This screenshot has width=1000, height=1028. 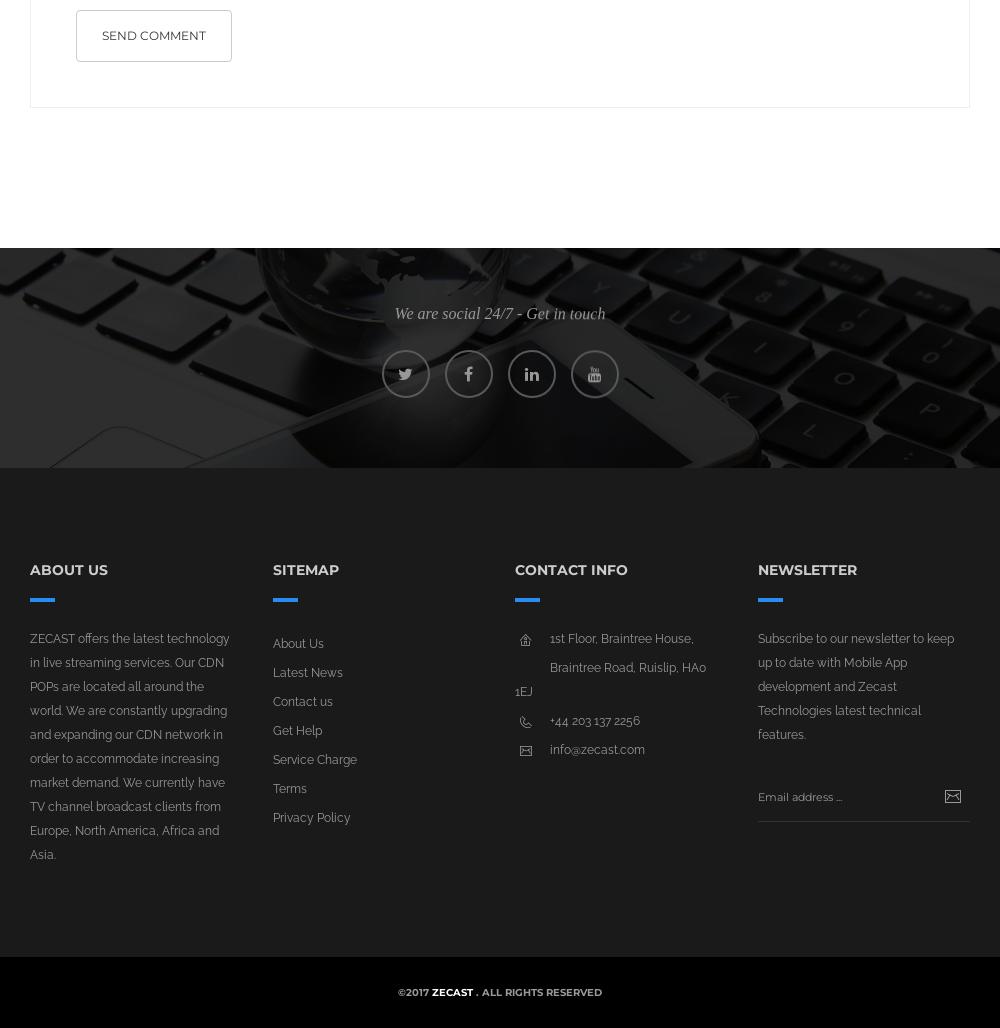 I want to click on 'Sitemap', so click(x=305, y=570).